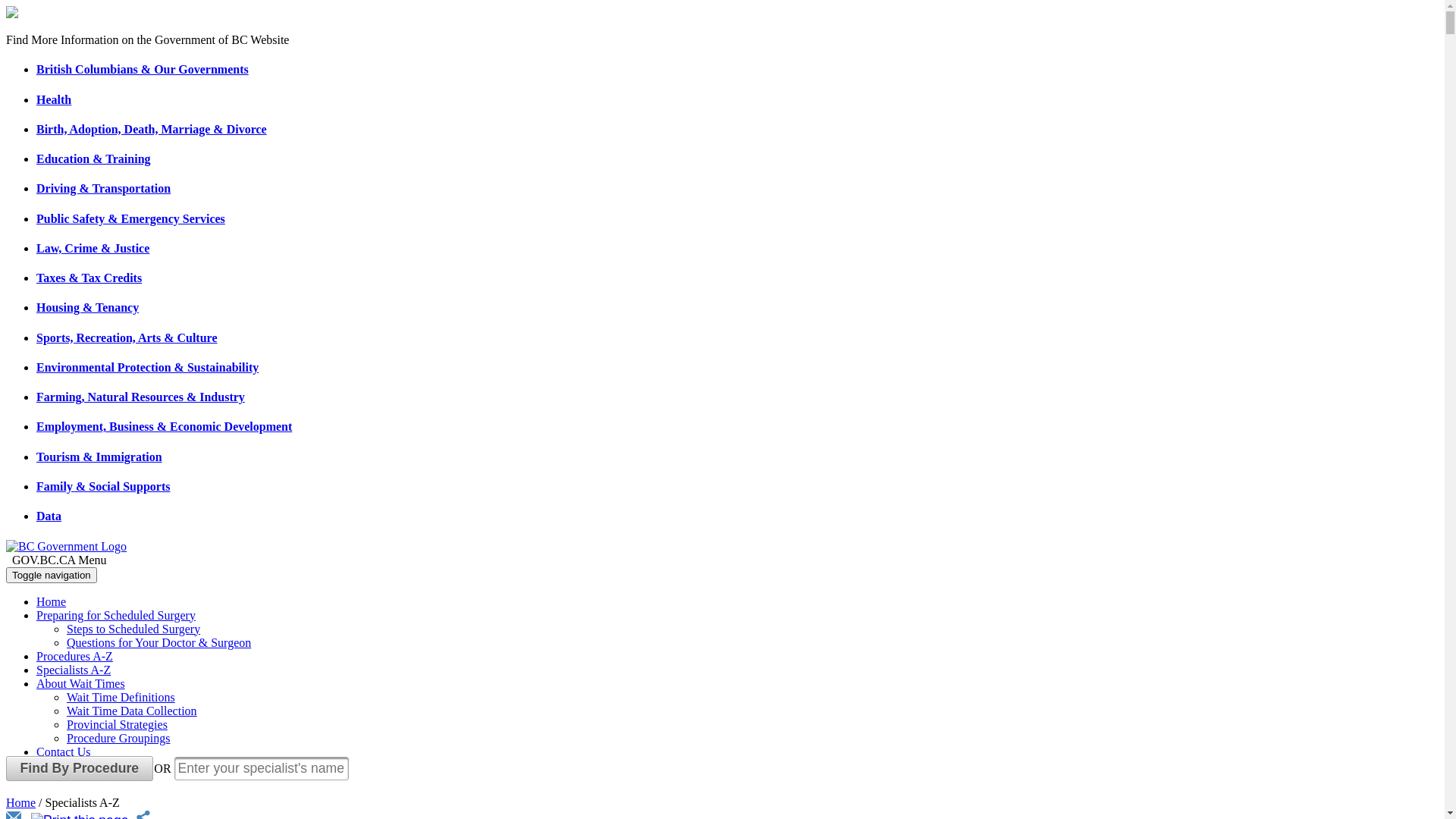  What do you see at coordinates (115, 615) in the screenshot?
I see `'Preparing for Scheduled Surgery'` at bounding box center [115, 615].